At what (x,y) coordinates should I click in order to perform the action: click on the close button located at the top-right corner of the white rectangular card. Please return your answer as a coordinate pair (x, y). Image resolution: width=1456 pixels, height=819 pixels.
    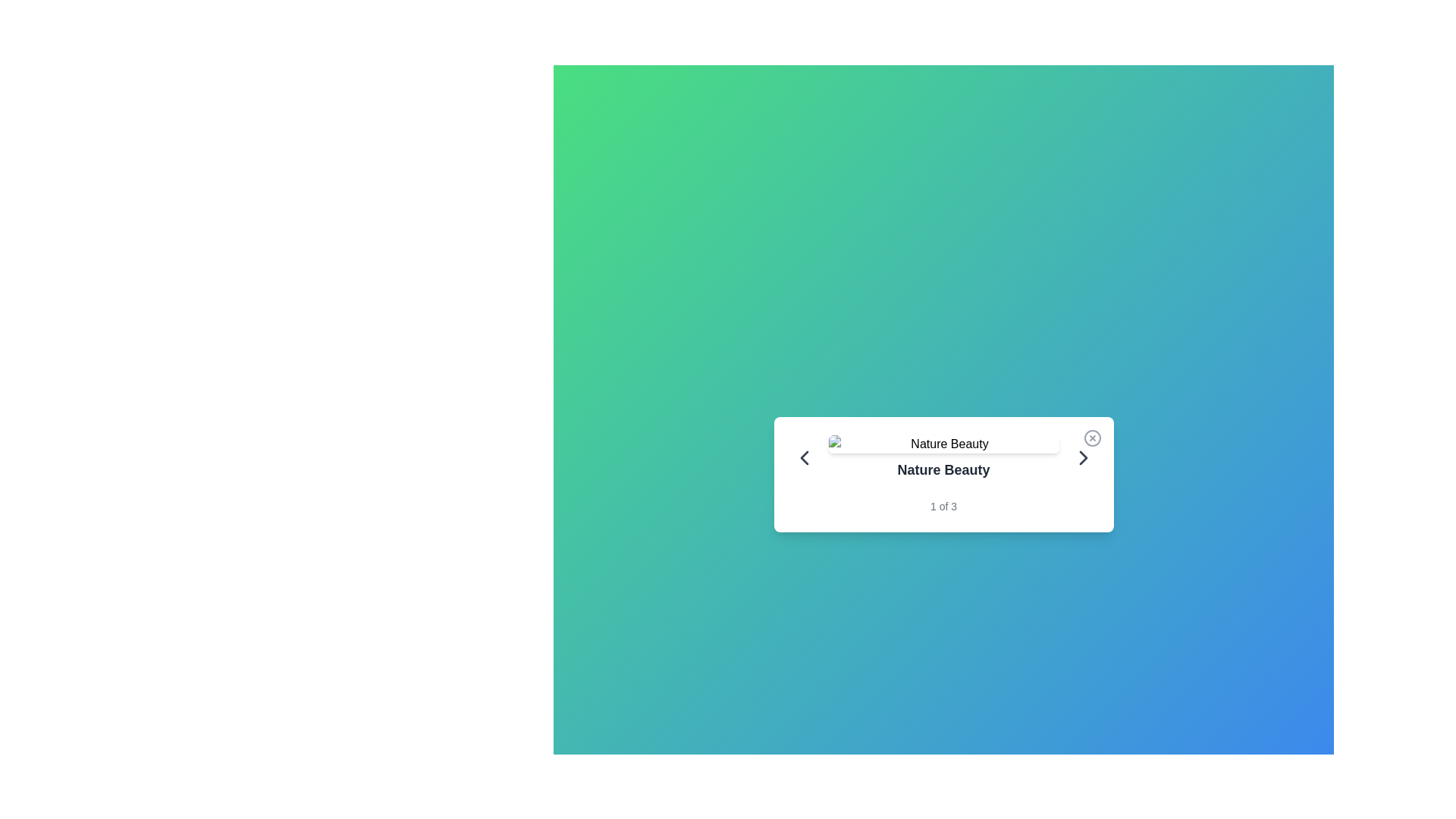
    Looking at the image, I should click on (1092, 438).